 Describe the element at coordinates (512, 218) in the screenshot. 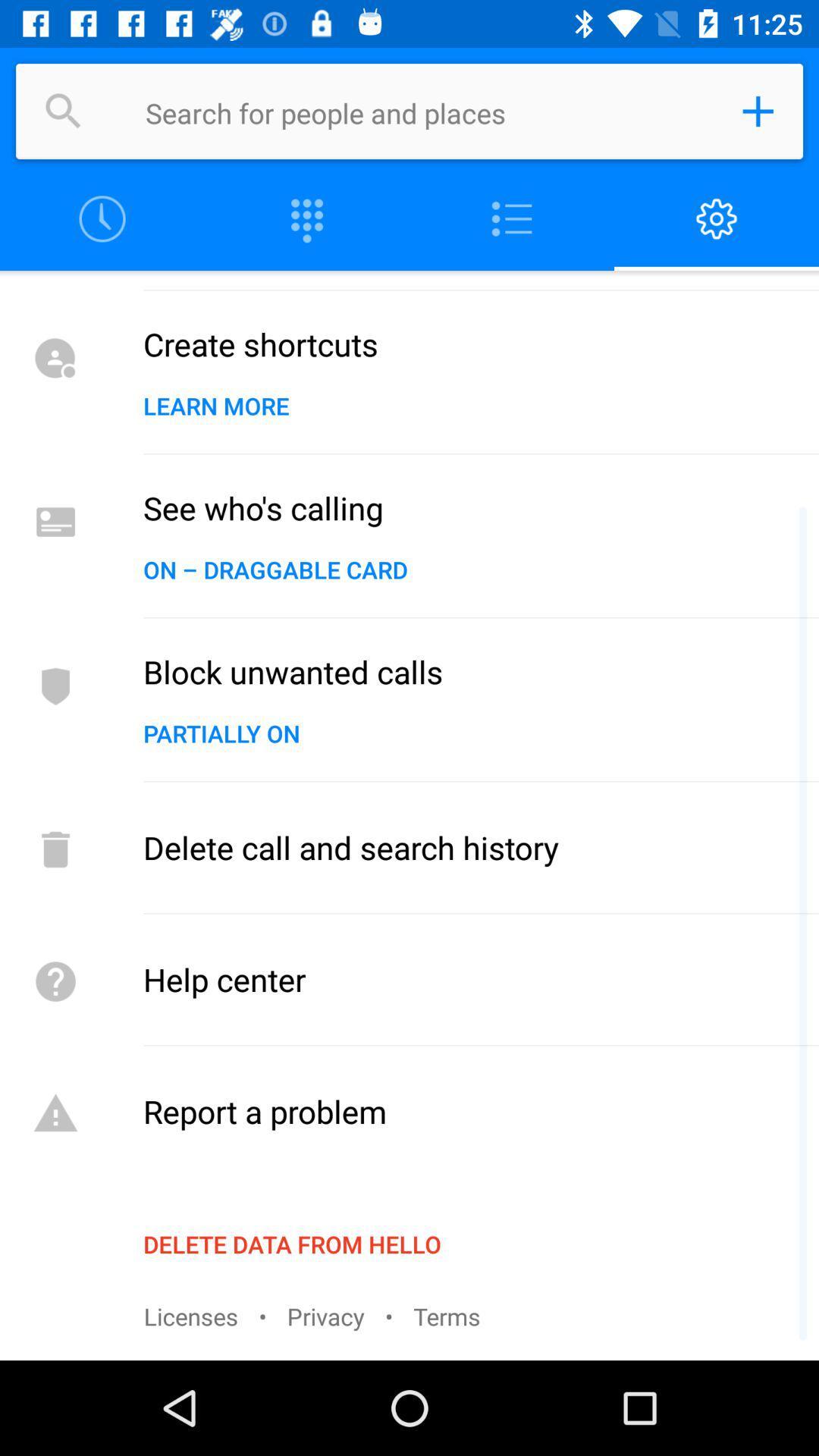

I see `column` at that location.